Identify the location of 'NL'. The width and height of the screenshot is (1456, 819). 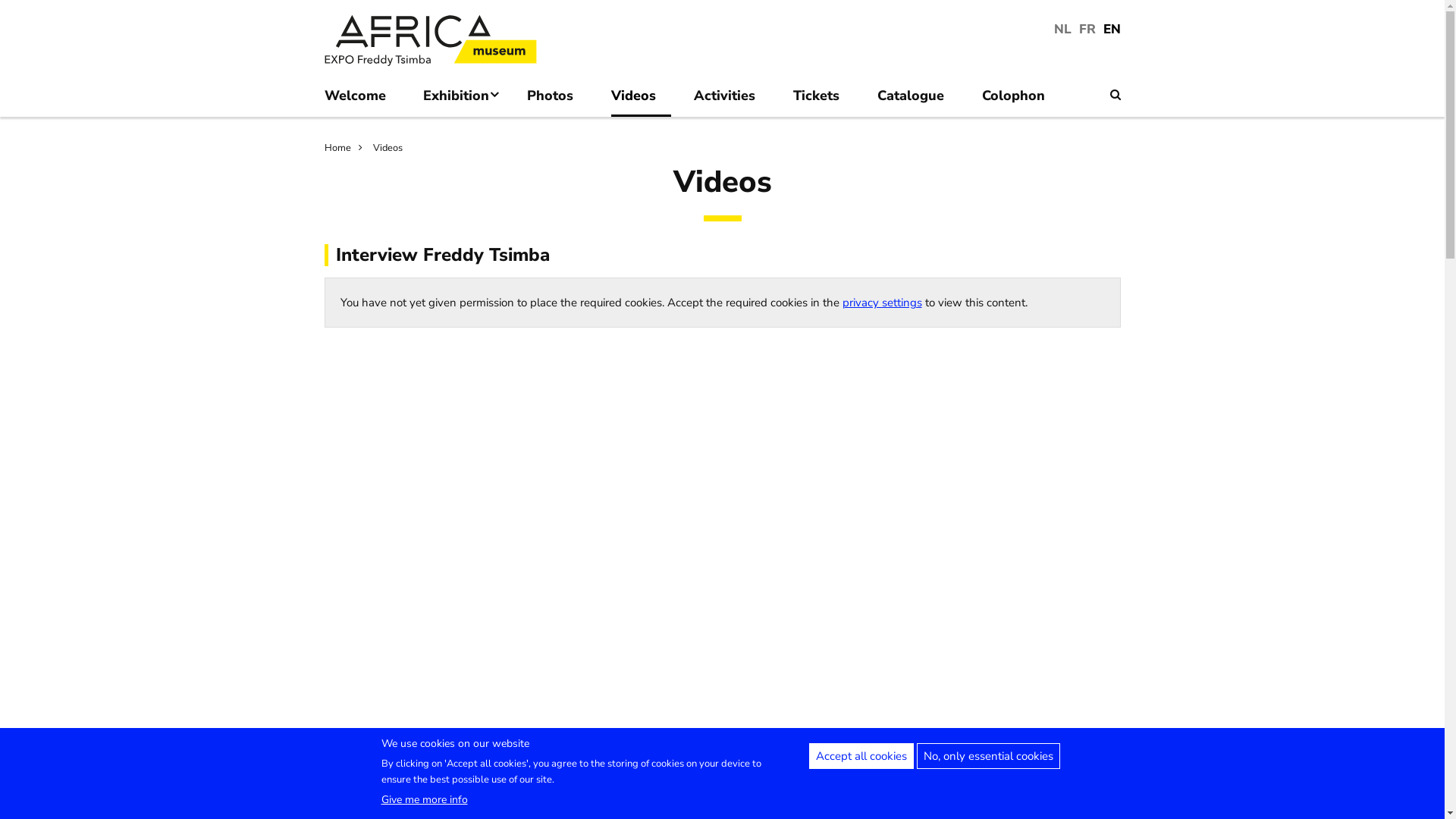
(1062, 29).